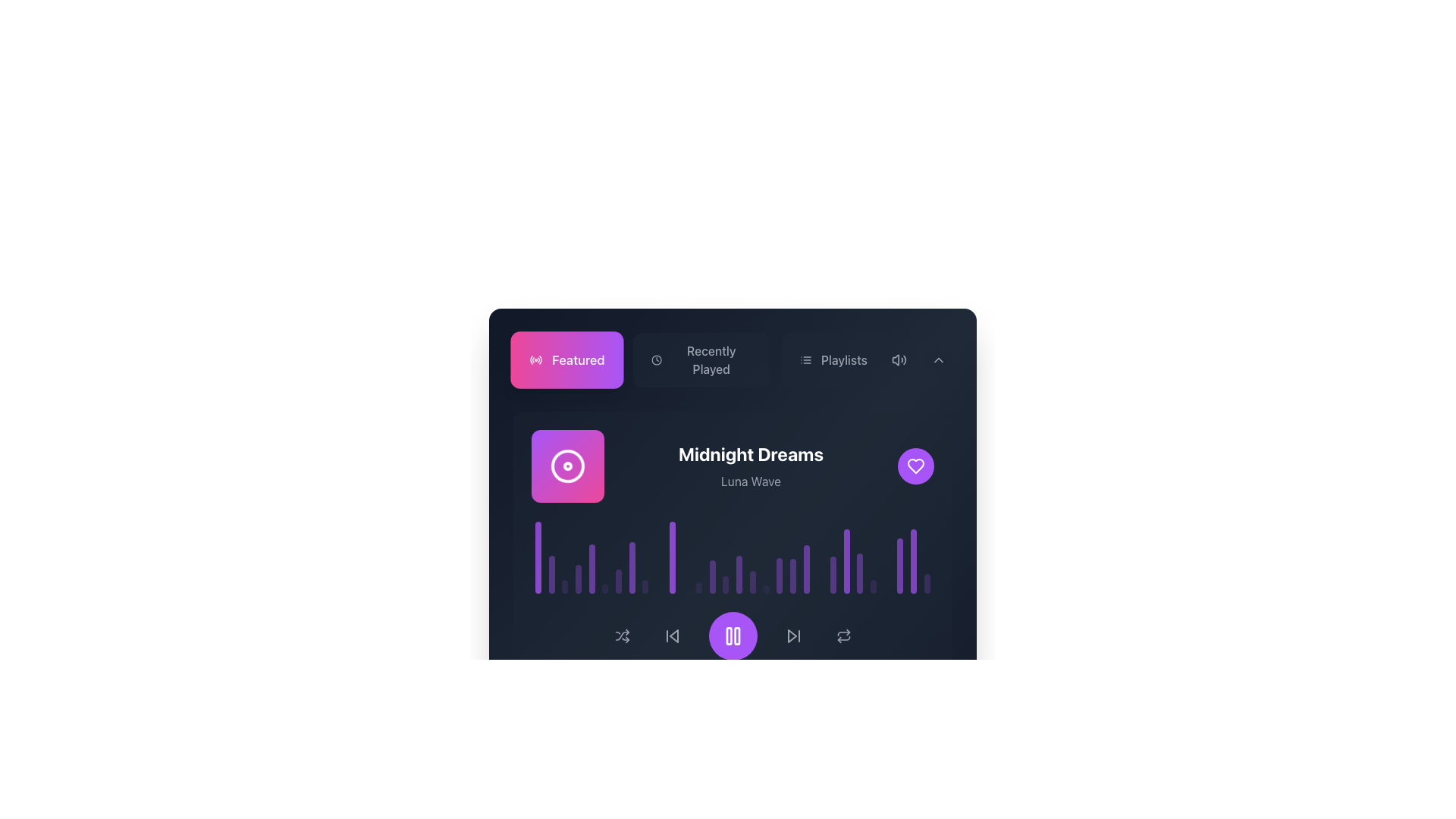 The height and width of the screenshot is (819, 1456). What do you see at coordinates (739, 575) in the screenshot?
I see `the 16th vertical bar in the bar chart, which has a rounded top and bottom and is styled in semi-transparent purple color` at bounding box center [739, 575].